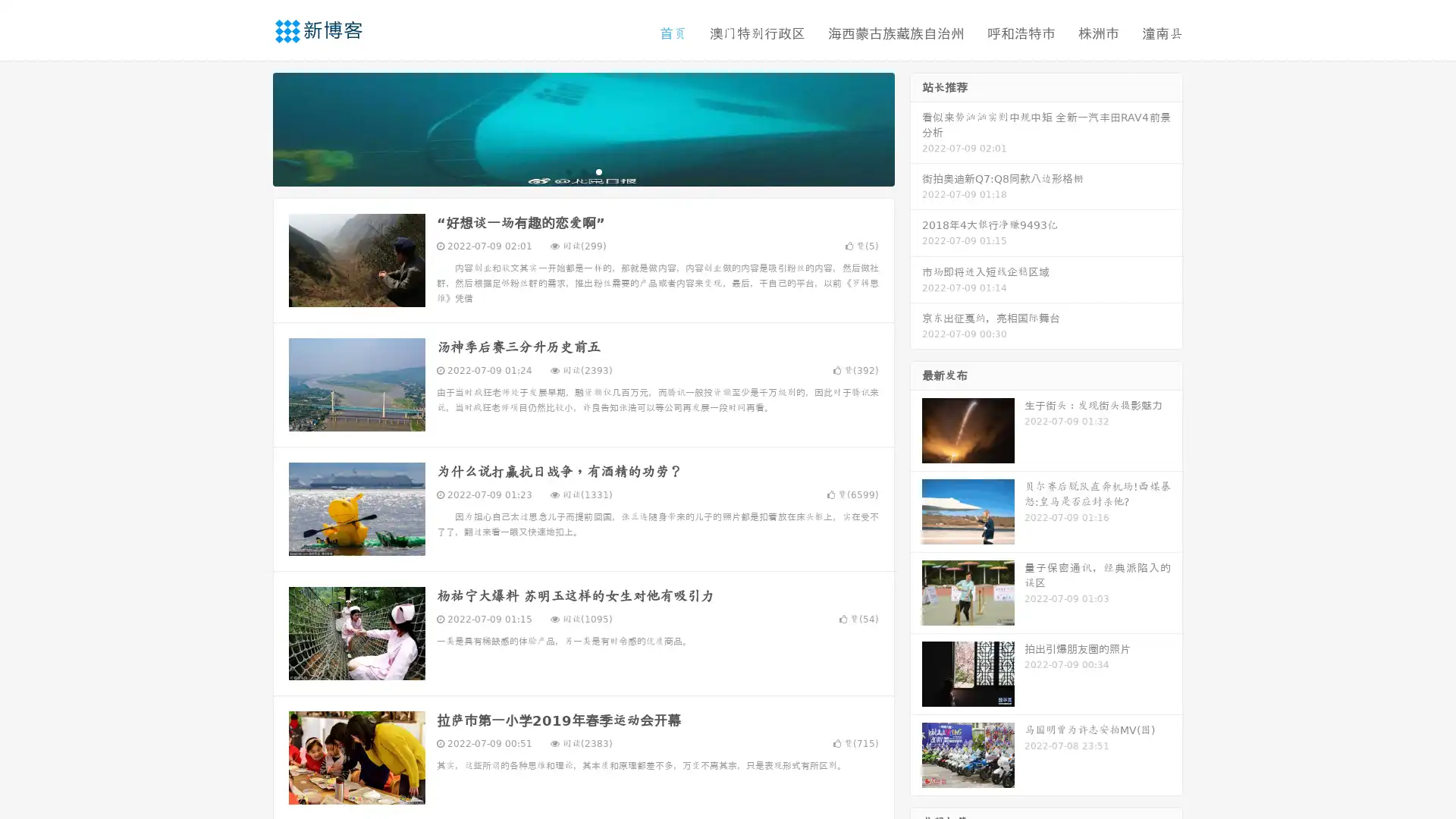  I want to click on Go to slide 3, so click(598, 171).